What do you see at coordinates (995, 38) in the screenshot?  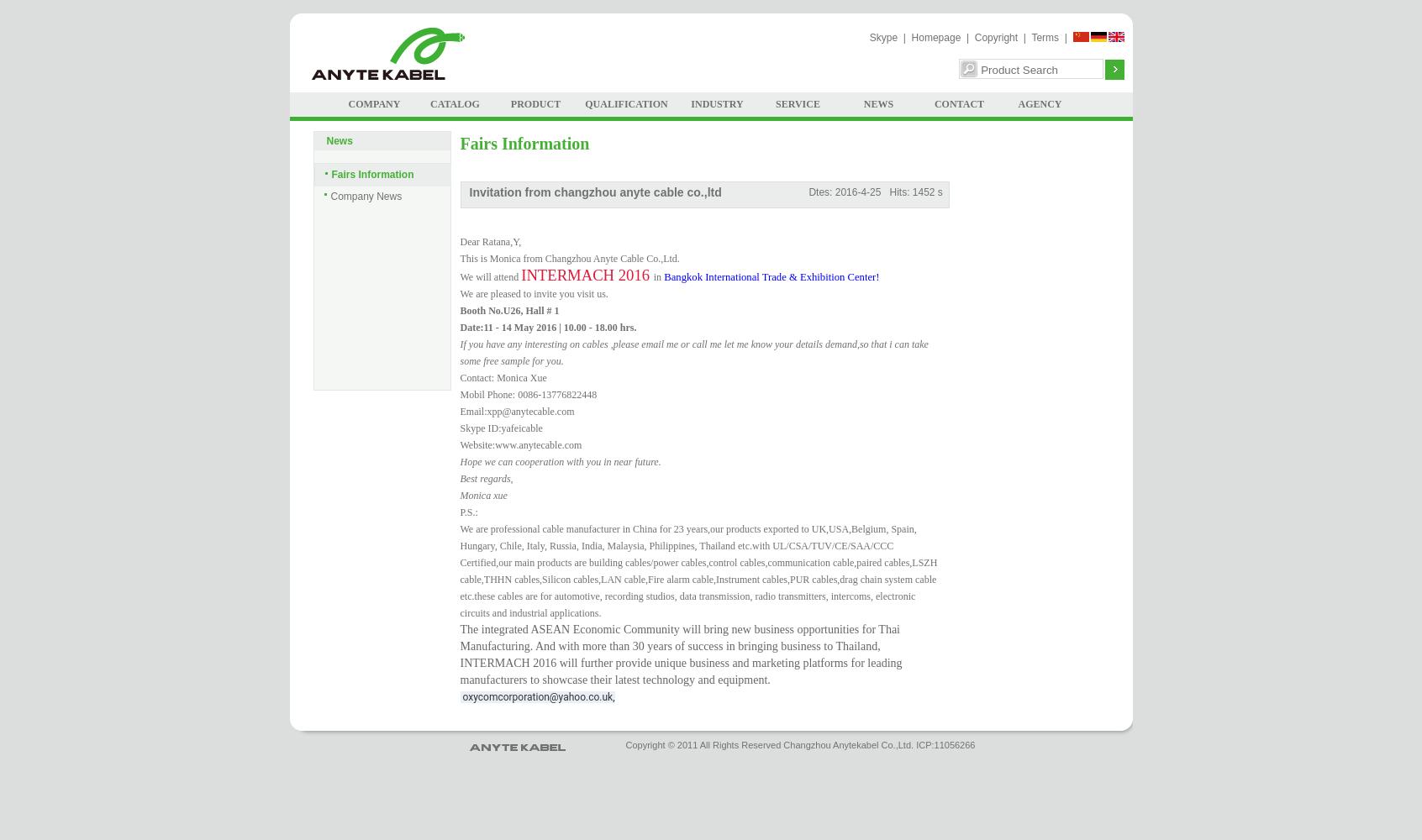 I see `'Copyright'` at bounding box center [995, 38].